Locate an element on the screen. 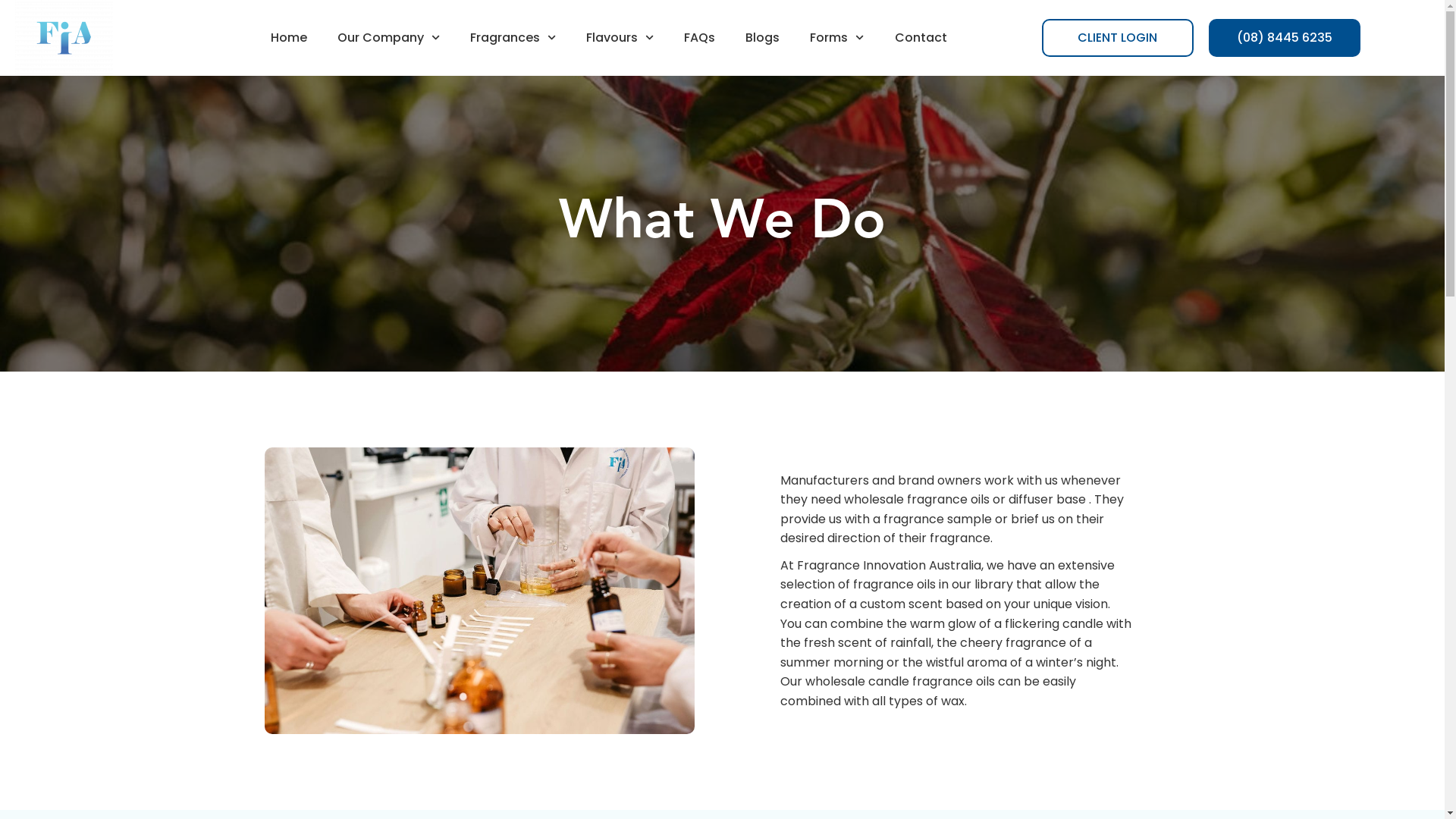  'logo' is located at coordinates (63, 37).